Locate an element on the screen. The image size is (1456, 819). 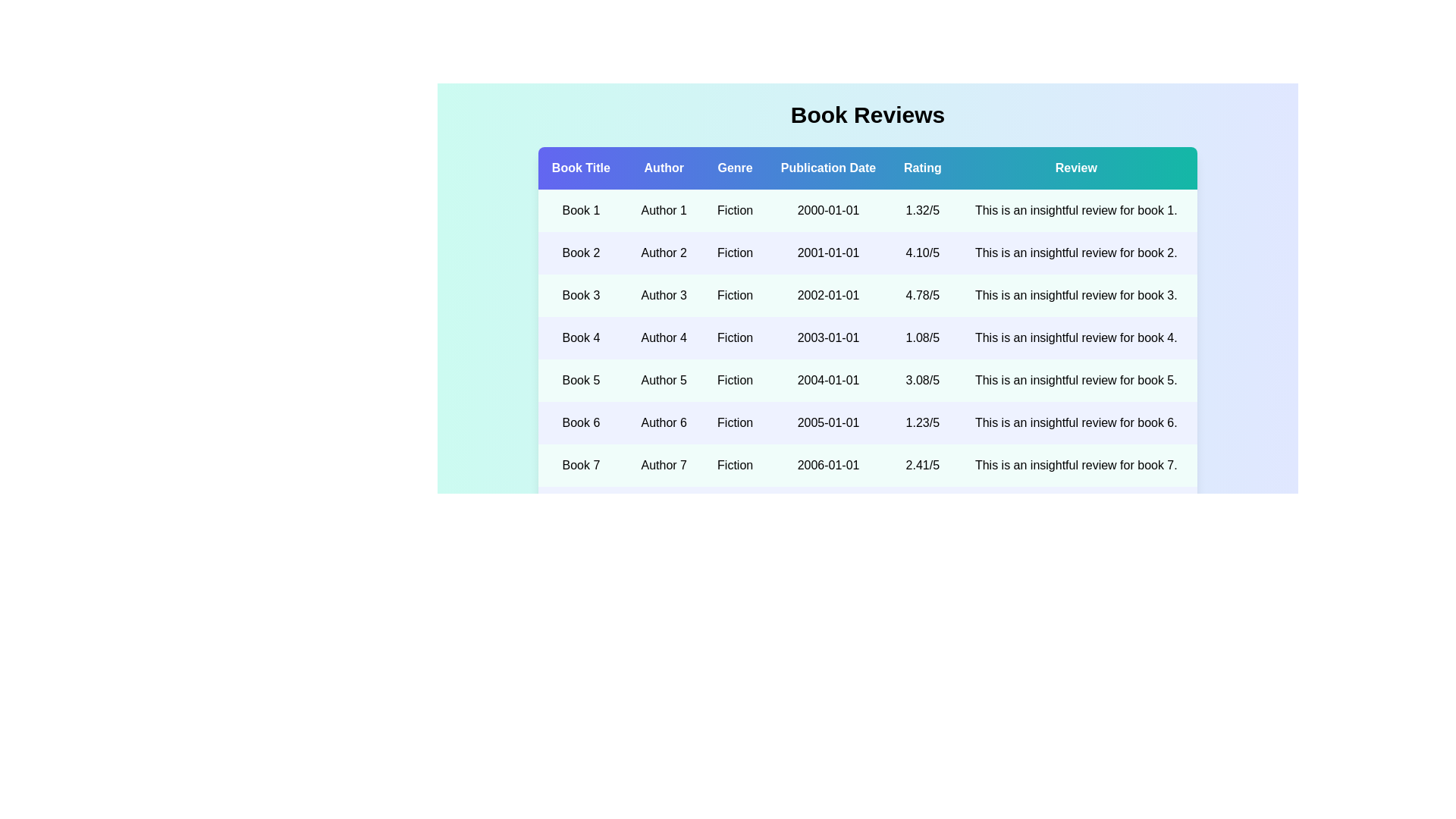
the book title Book 7 to view its details is located at coordinates (580, 464).